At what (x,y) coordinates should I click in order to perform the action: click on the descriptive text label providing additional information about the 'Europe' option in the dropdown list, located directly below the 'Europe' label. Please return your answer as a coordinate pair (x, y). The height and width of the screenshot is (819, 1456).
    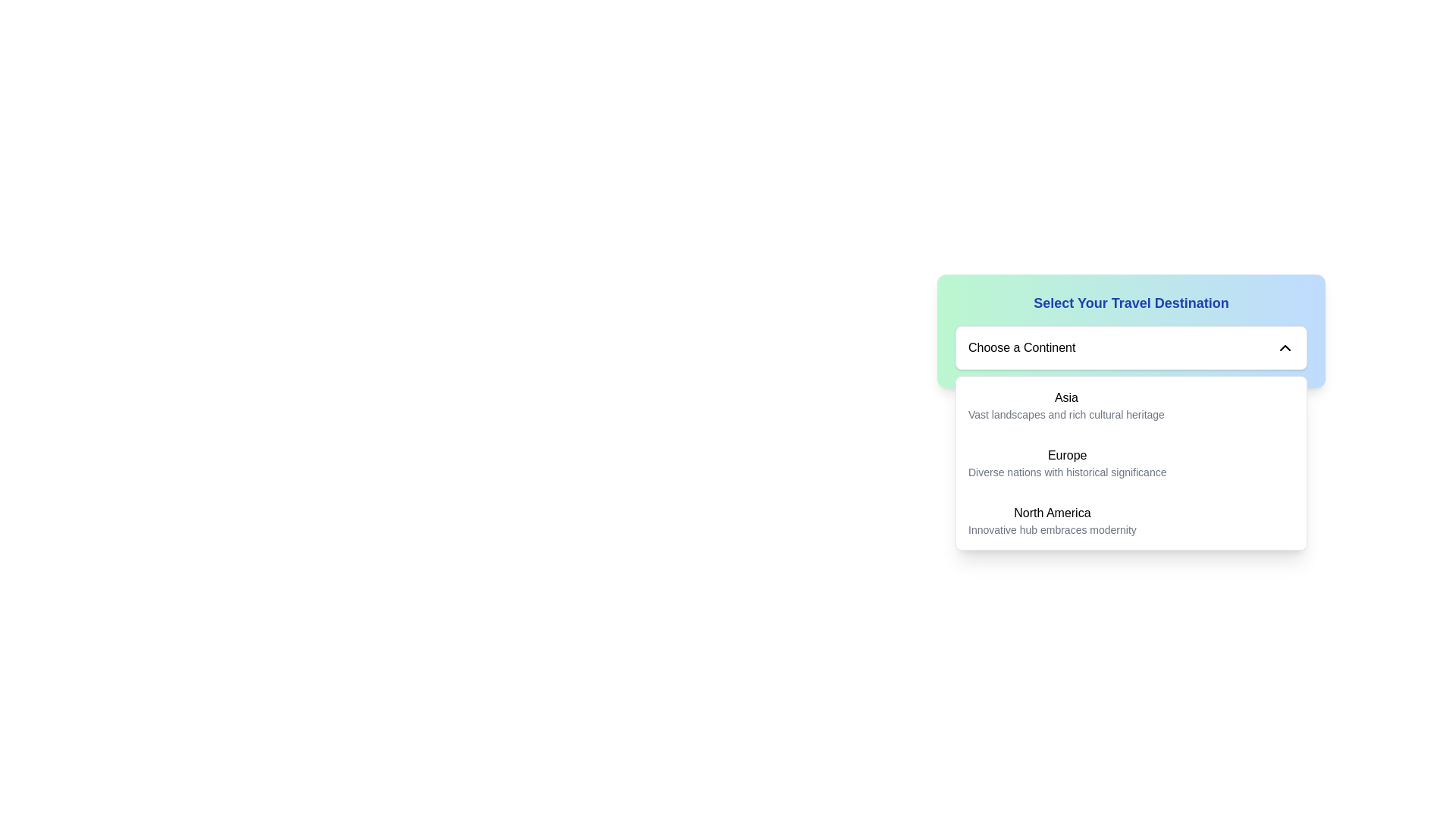
    Looking at the image, I should click on (1066, 472).